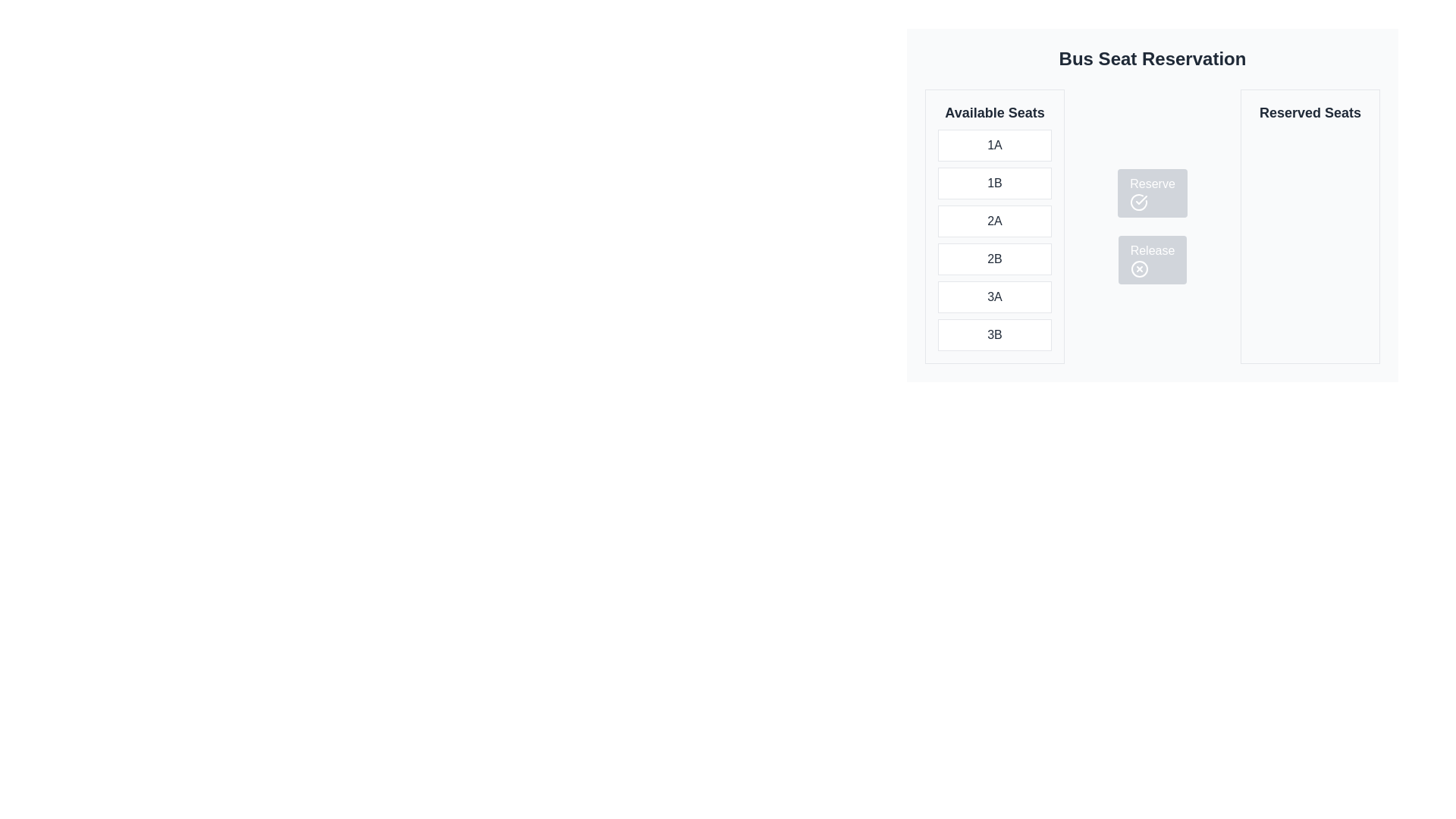 The width and height of the screenshot is (1456, 819). I want to click on the button labeled '1A' located, so click(994, 146).